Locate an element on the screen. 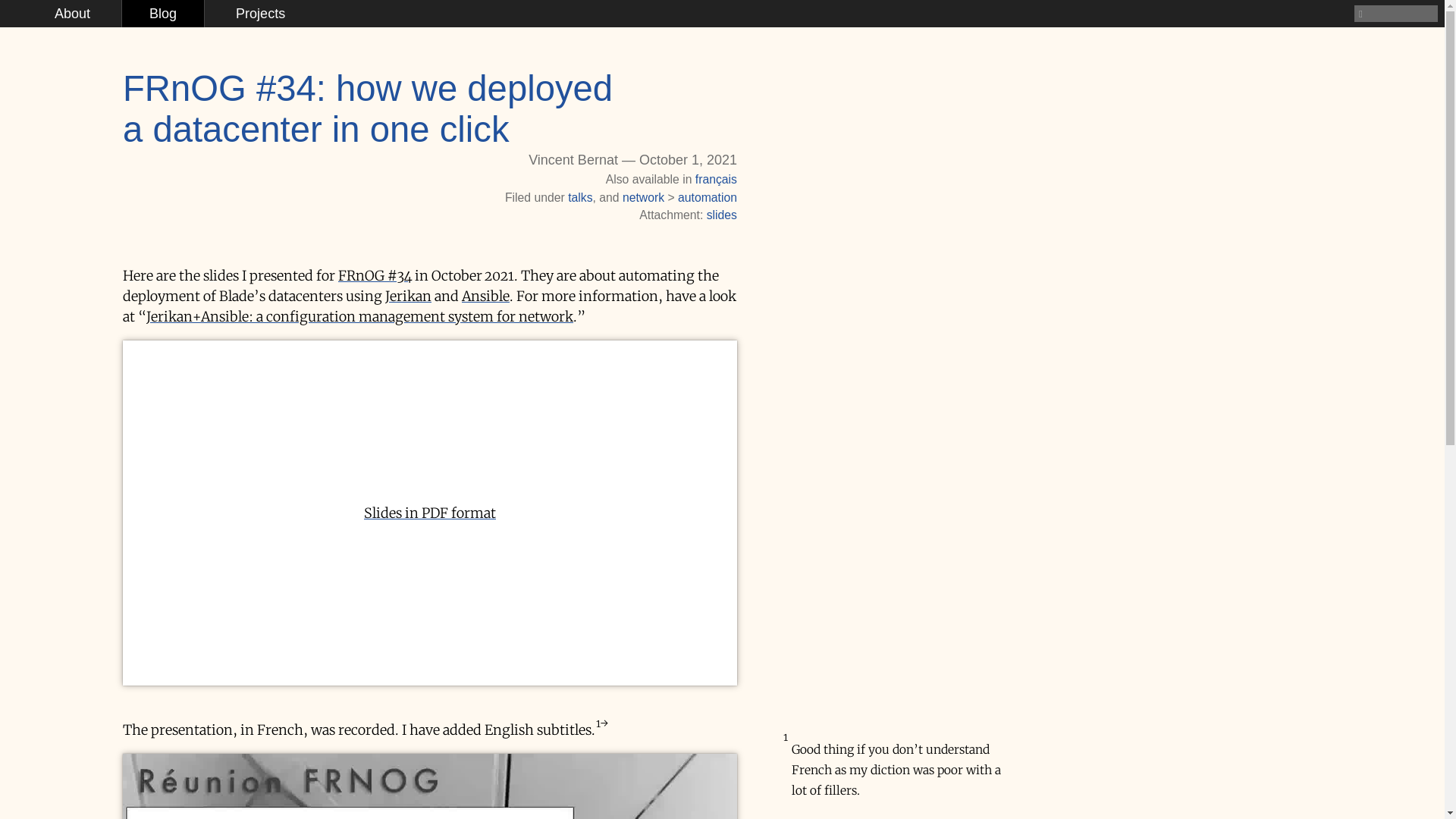 The height and width of the screenshot is (819, 1456). 'Ansible' is located at coordinates (461, 296).